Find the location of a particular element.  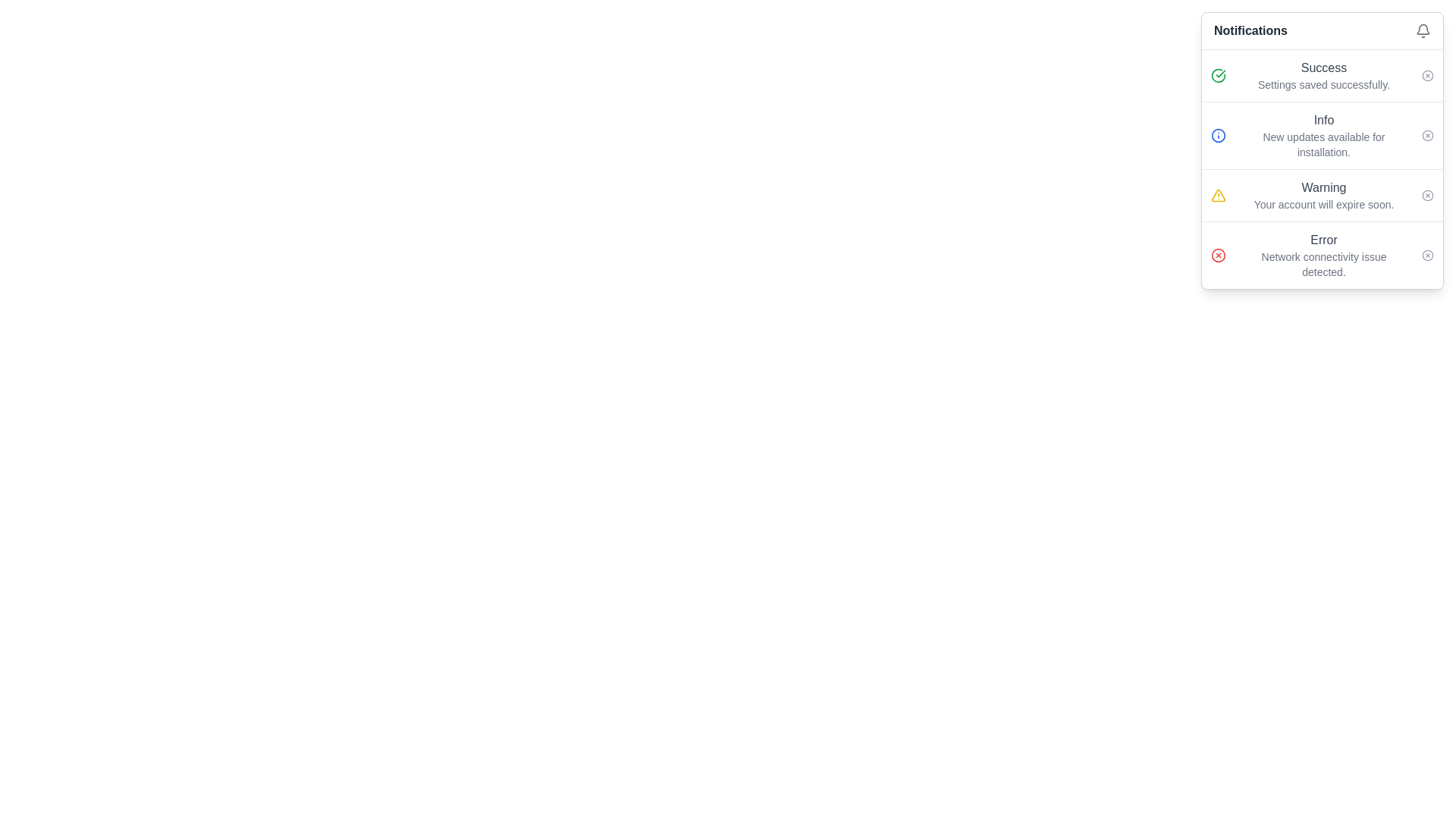

the informational icon located to the left of the text 'Info' in the second notification entry is located at coordinates (1219, 134).